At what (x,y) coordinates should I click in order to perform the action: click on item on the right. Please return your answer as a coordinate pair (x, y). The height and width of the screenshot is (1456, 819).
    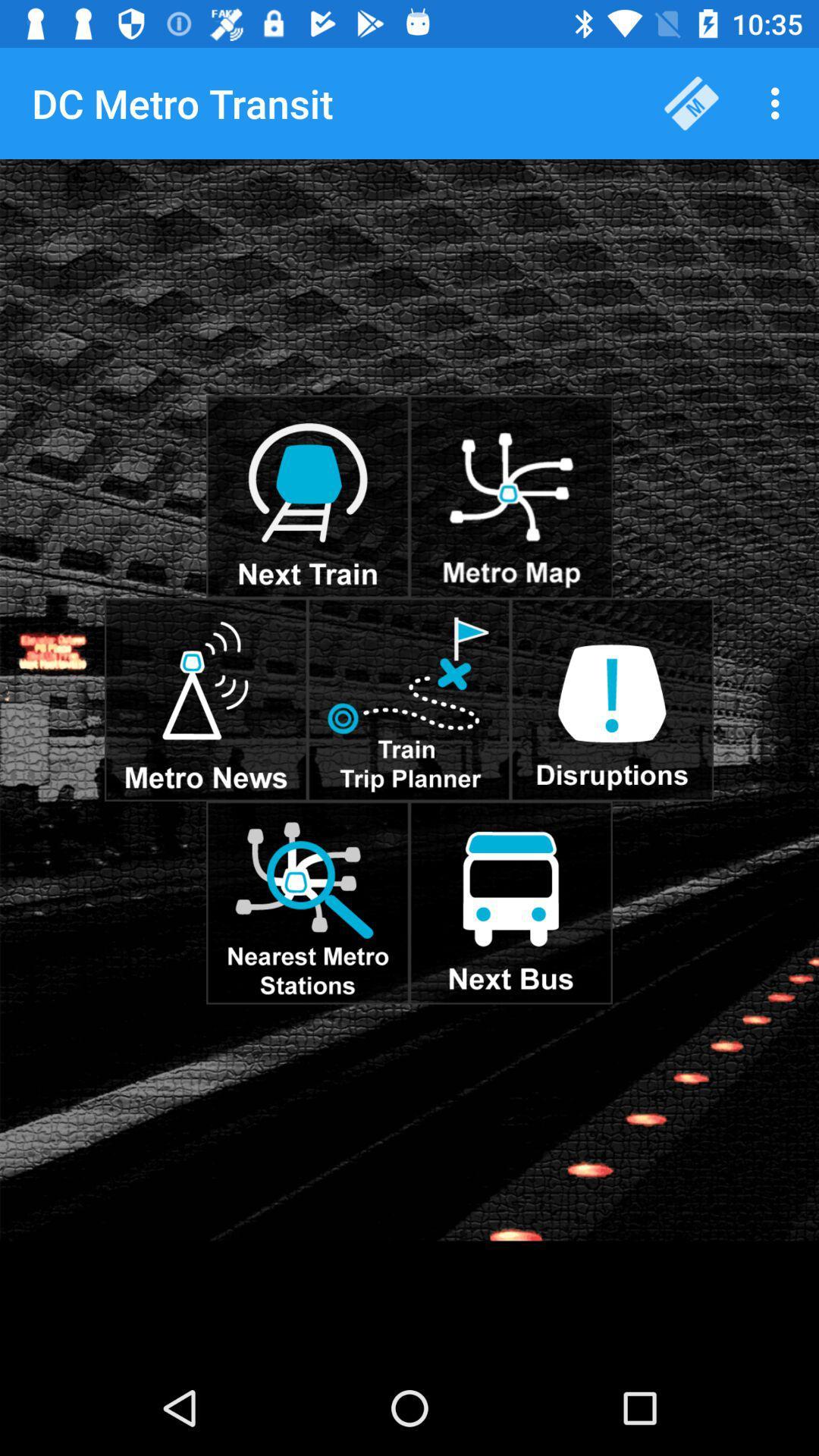
    Looking at the image, I should click on (611, 698).